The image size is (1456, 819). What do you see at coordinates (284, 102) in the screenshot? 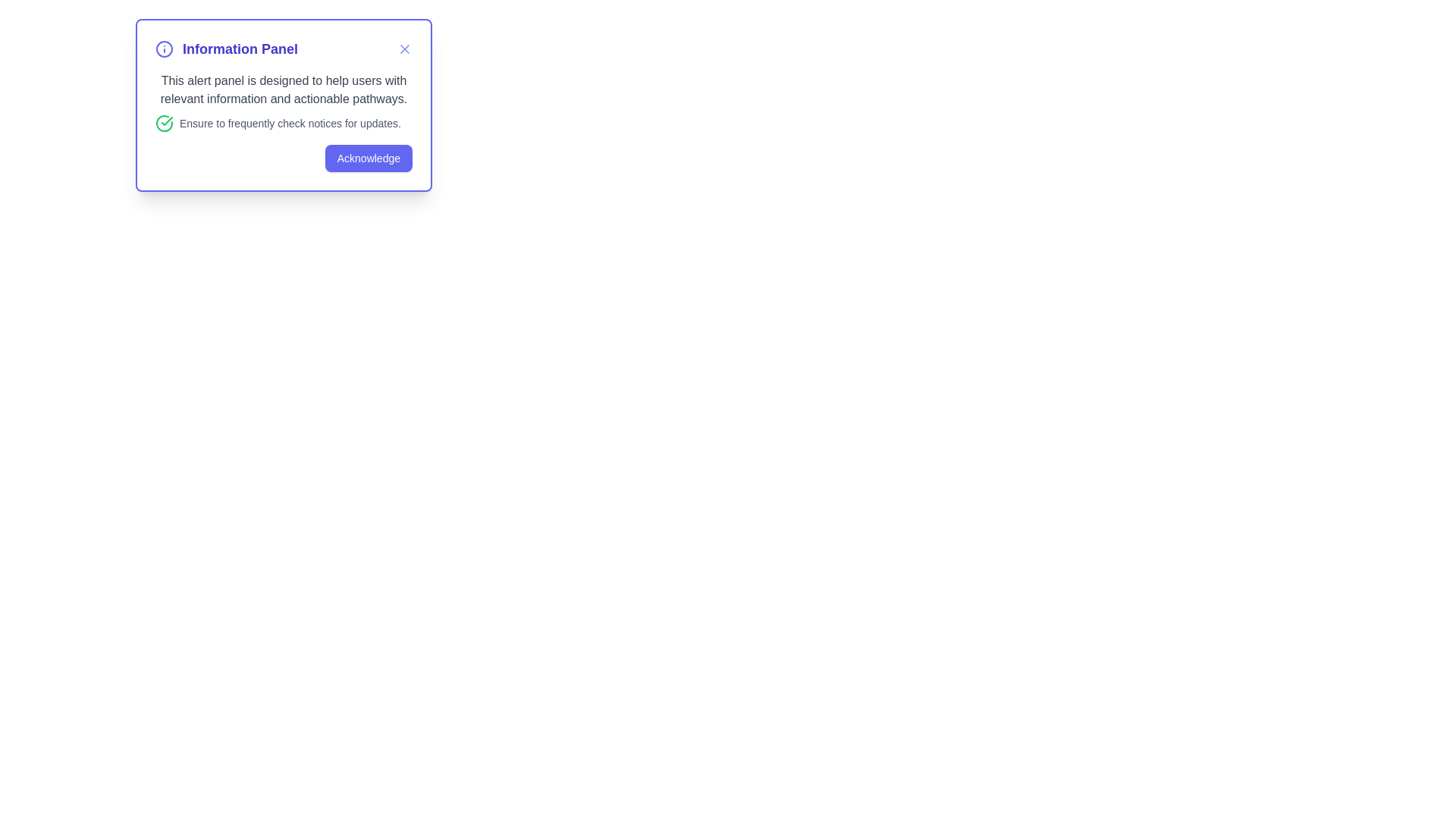
I see `the informational text block located in the alert panel below the 'Information Panel' title` at bounding box center [284, 102].